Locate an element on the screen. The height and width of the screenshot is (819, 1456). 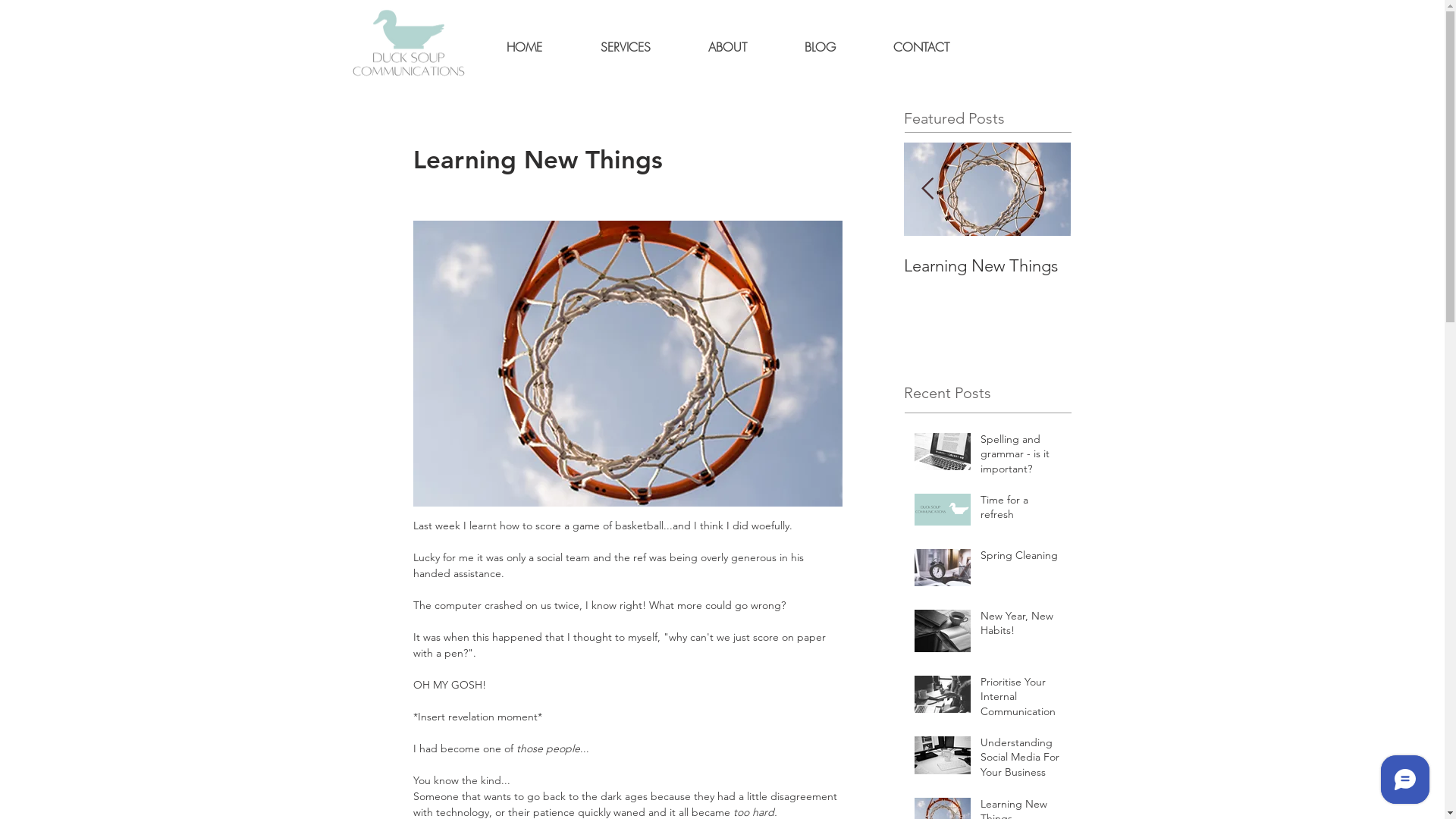
'BLOG' is located at coordinates (775, 46).